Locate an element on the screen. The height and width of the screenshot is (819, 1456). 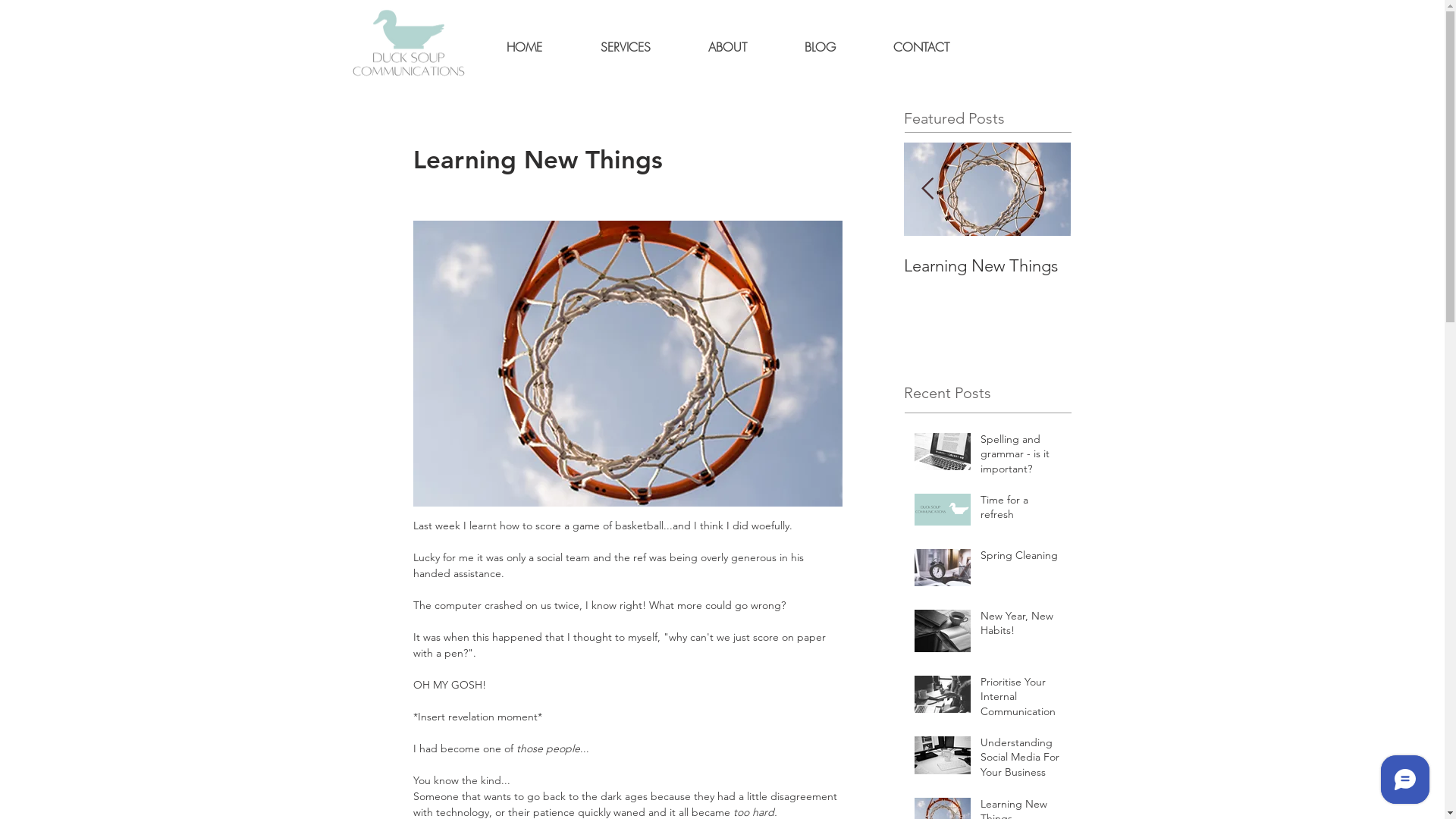
'BLOG' is located at coordinates (775, 46).